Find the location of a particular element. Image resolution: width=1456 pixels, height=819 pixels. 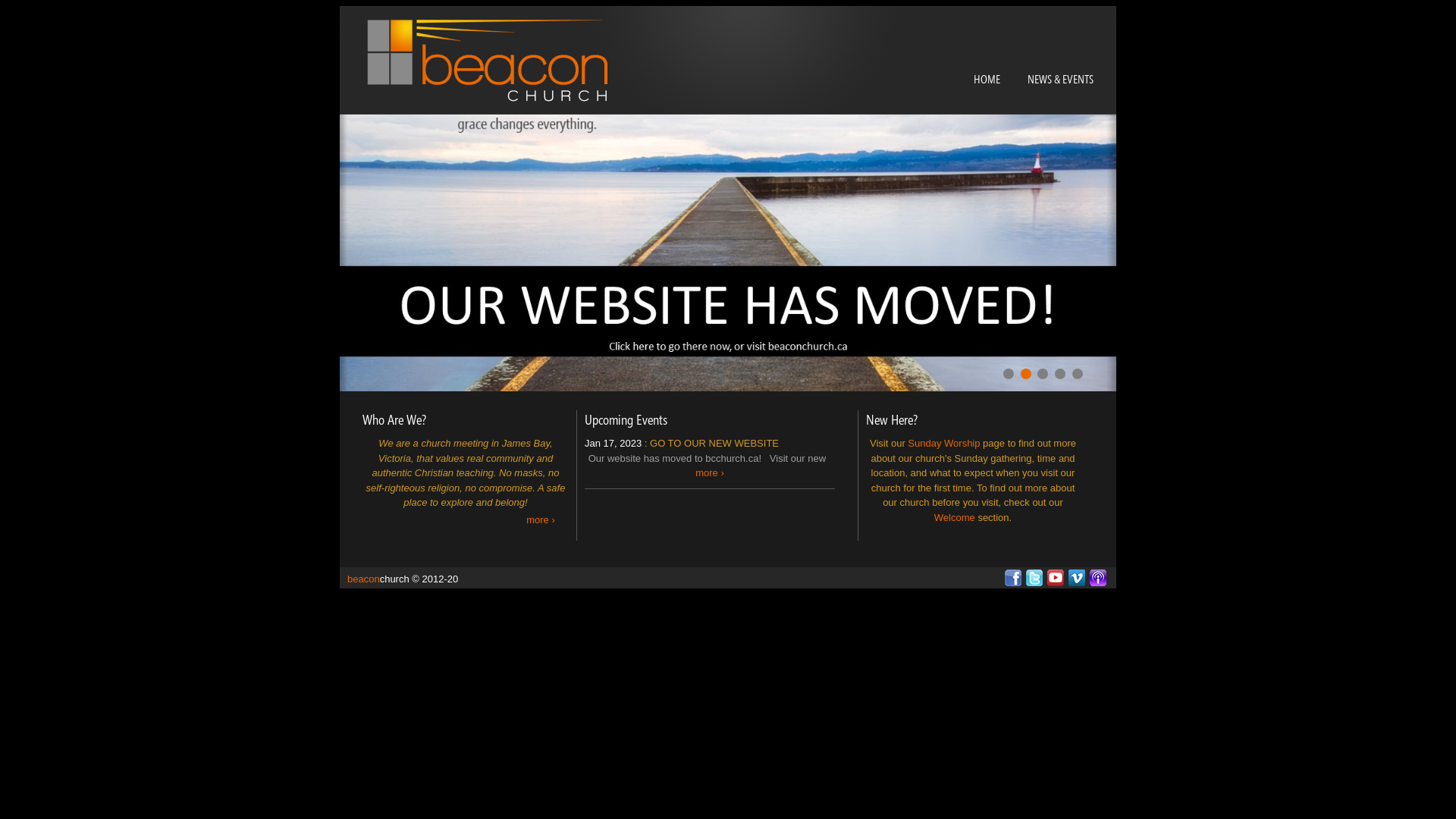

'Sunday Worship' is located at coordinates (943, 443).